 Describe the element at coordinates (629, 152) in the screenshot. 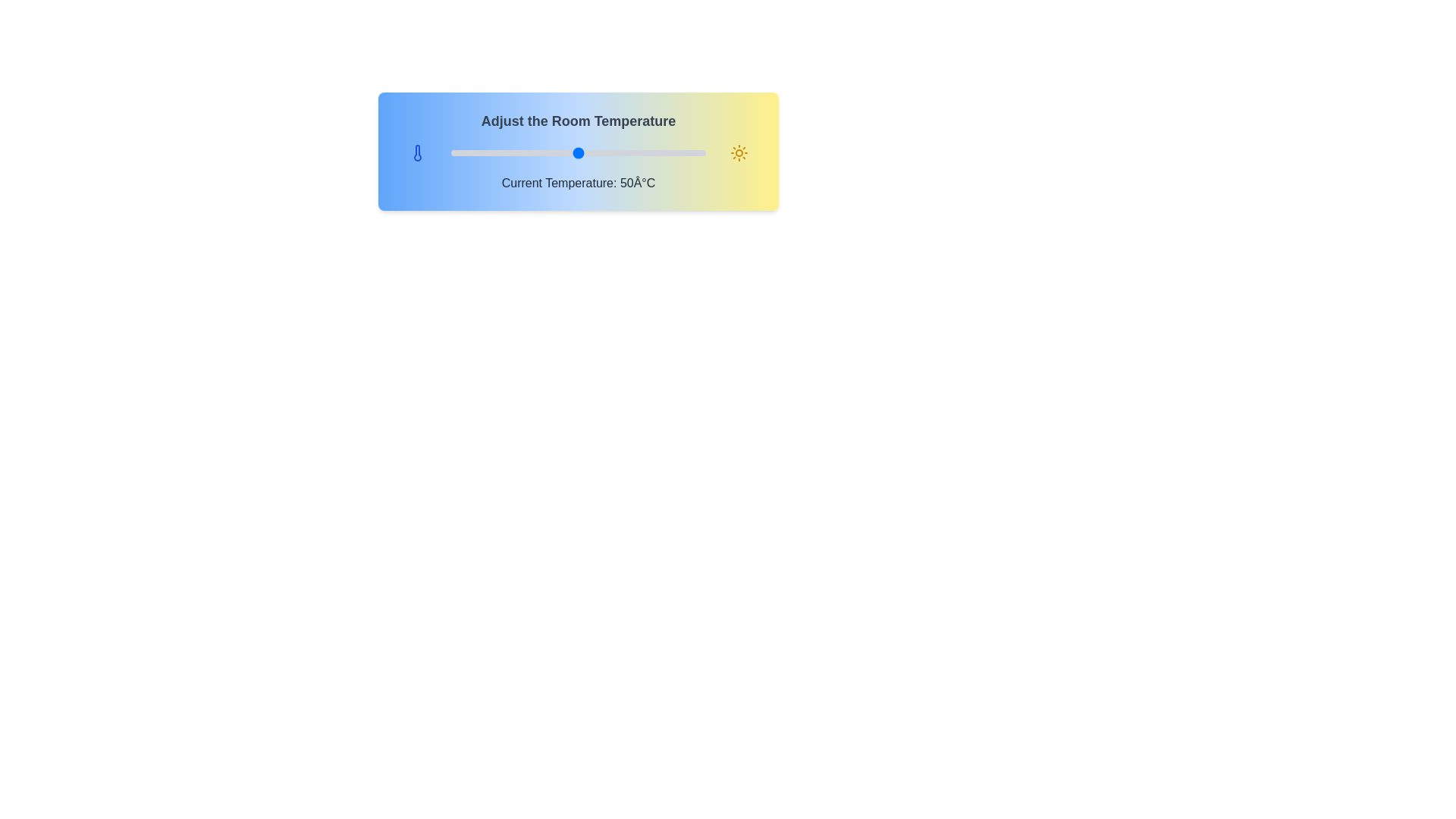

I see `the temperature slider to 70°C` at that location.